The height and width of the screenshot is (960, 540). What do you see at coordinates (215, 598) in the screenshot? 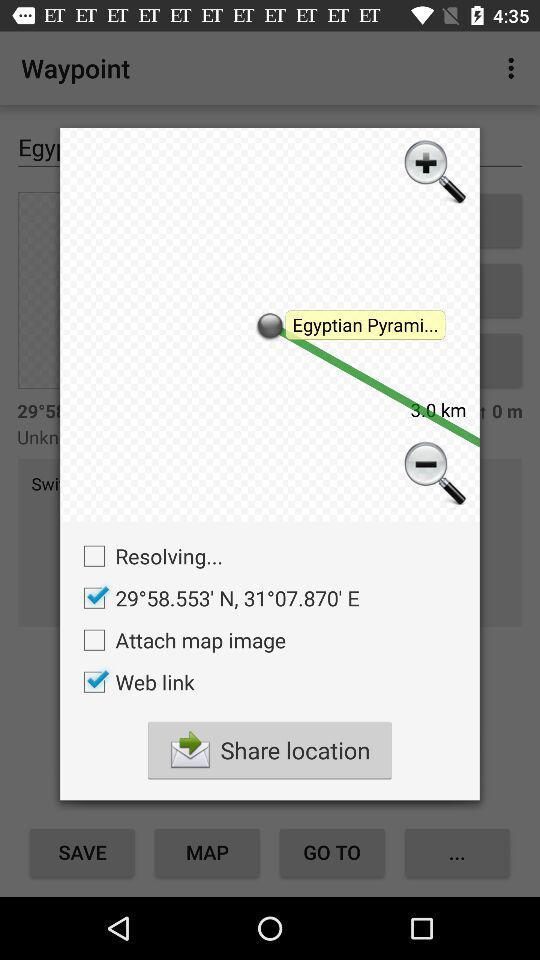
I see `the 29 58 553 item` at bounding box center [215, 598].